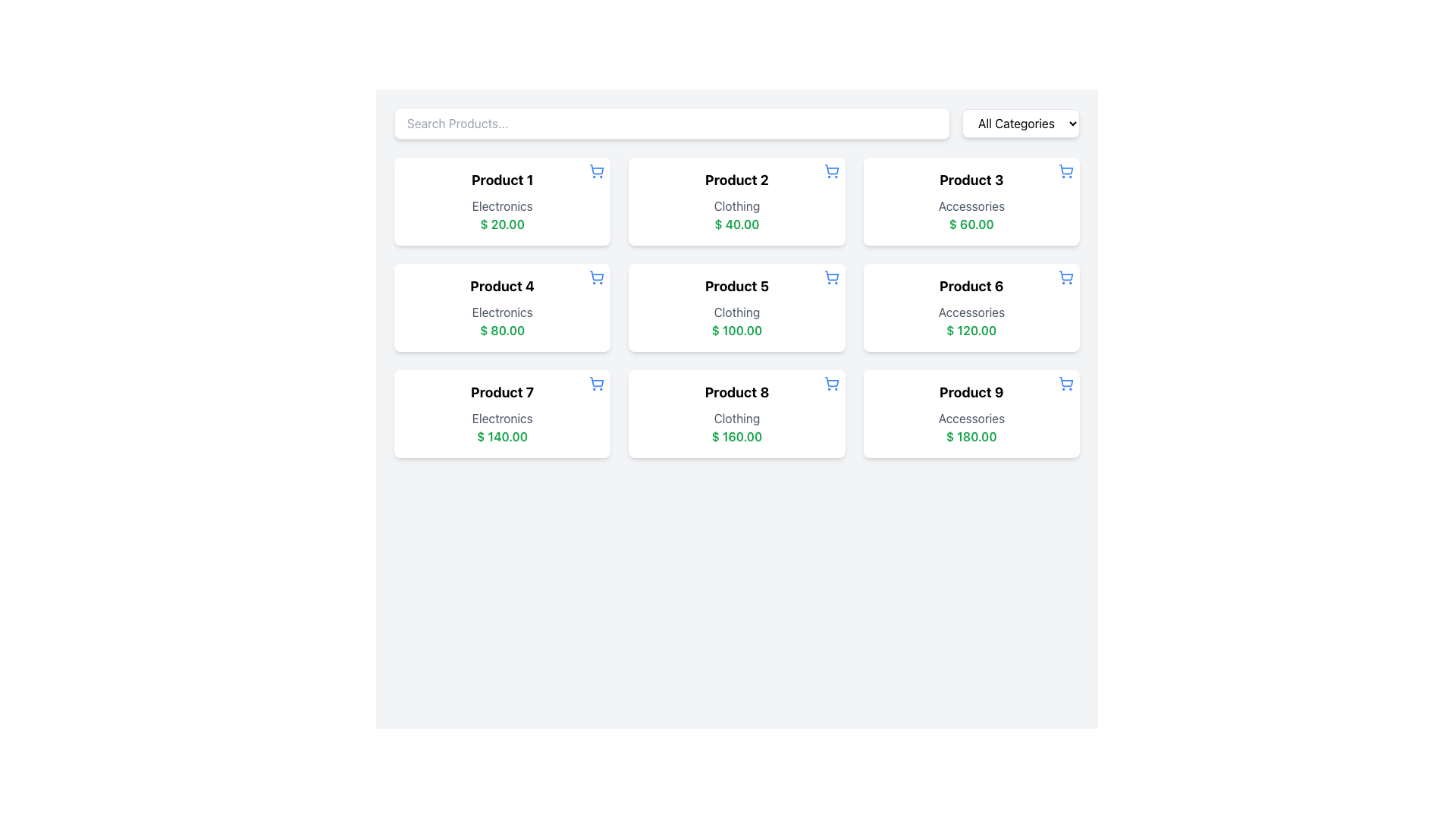 The width and height of the screenshot is (1456, 819). I want to click on the Product card located in the third position of the first row, so click(971, 201).